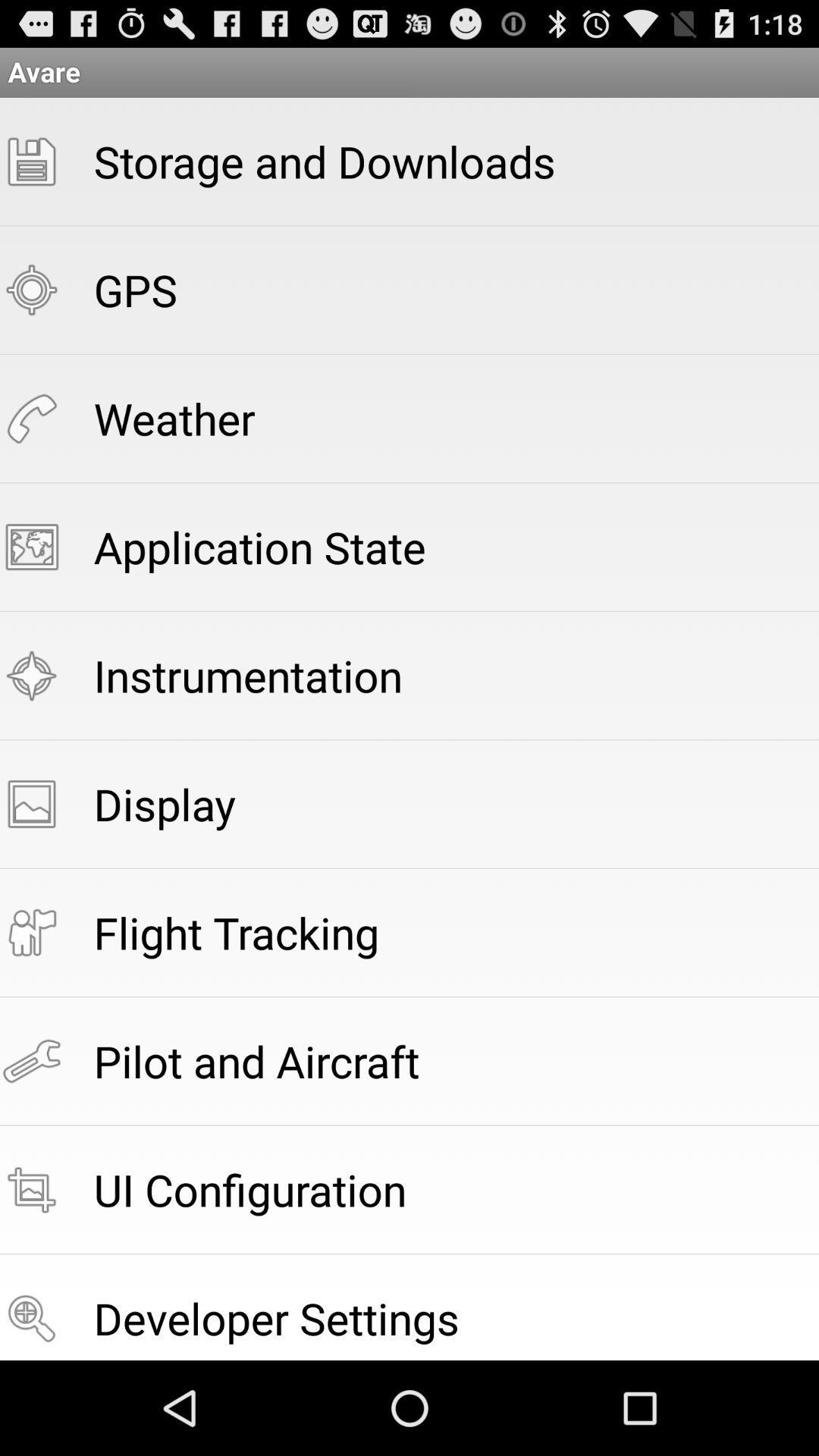 The image size is (819, 1456). What do you see at coordinates (256, 1060) in the screenshot?
I see `the app above ui configuration app` at bounding box center [256, 1060].